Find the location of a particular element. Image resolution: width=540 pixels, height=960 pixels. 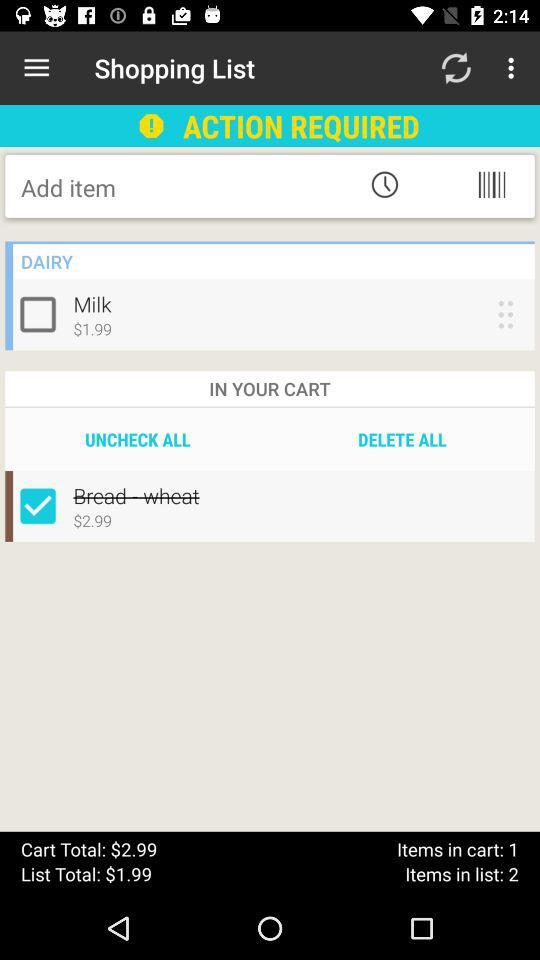

the item to the right of action required icon is located at coordinates (455, 68).